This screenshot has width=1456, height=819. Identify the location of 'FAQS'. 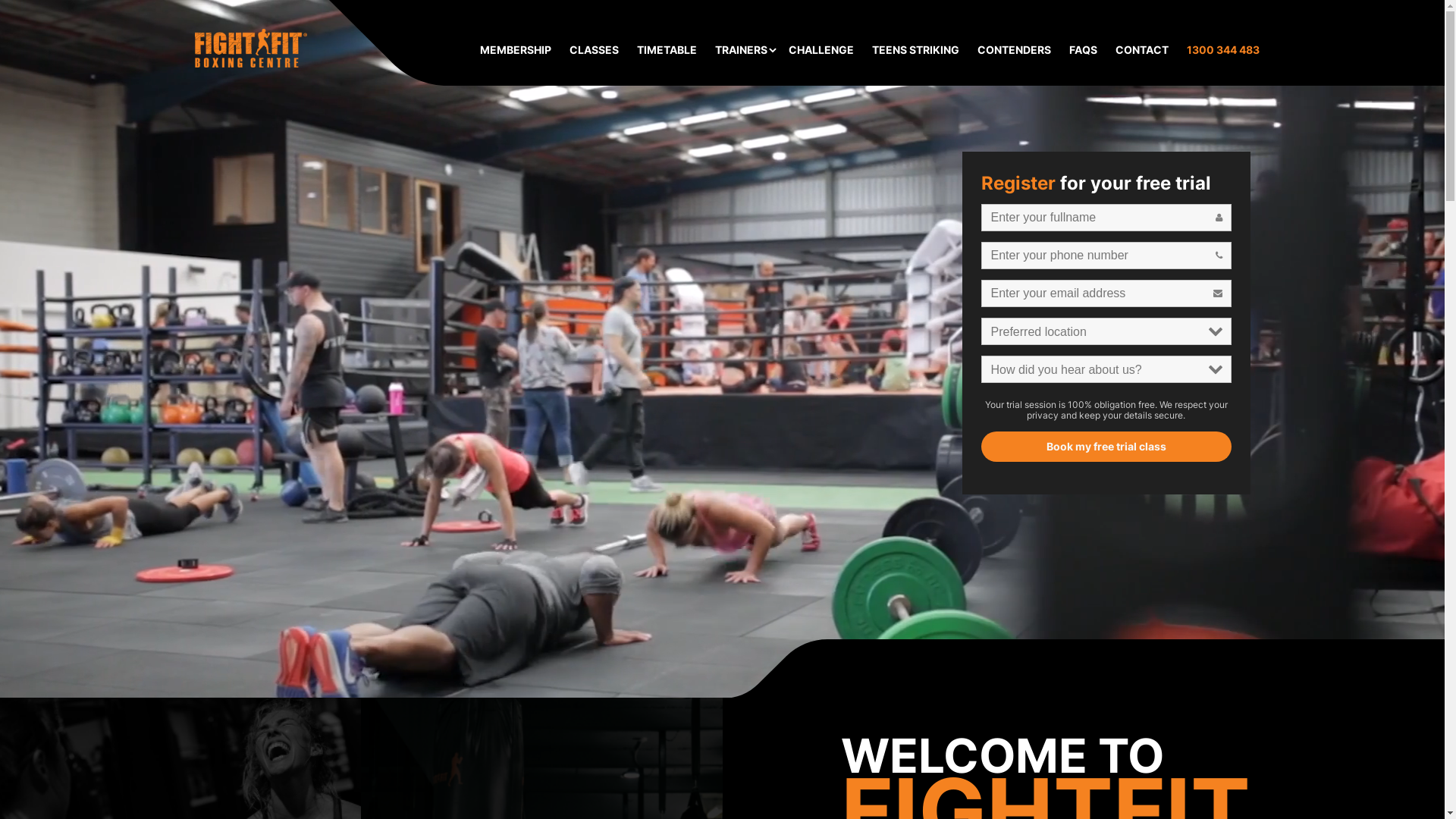
(1068, 49).